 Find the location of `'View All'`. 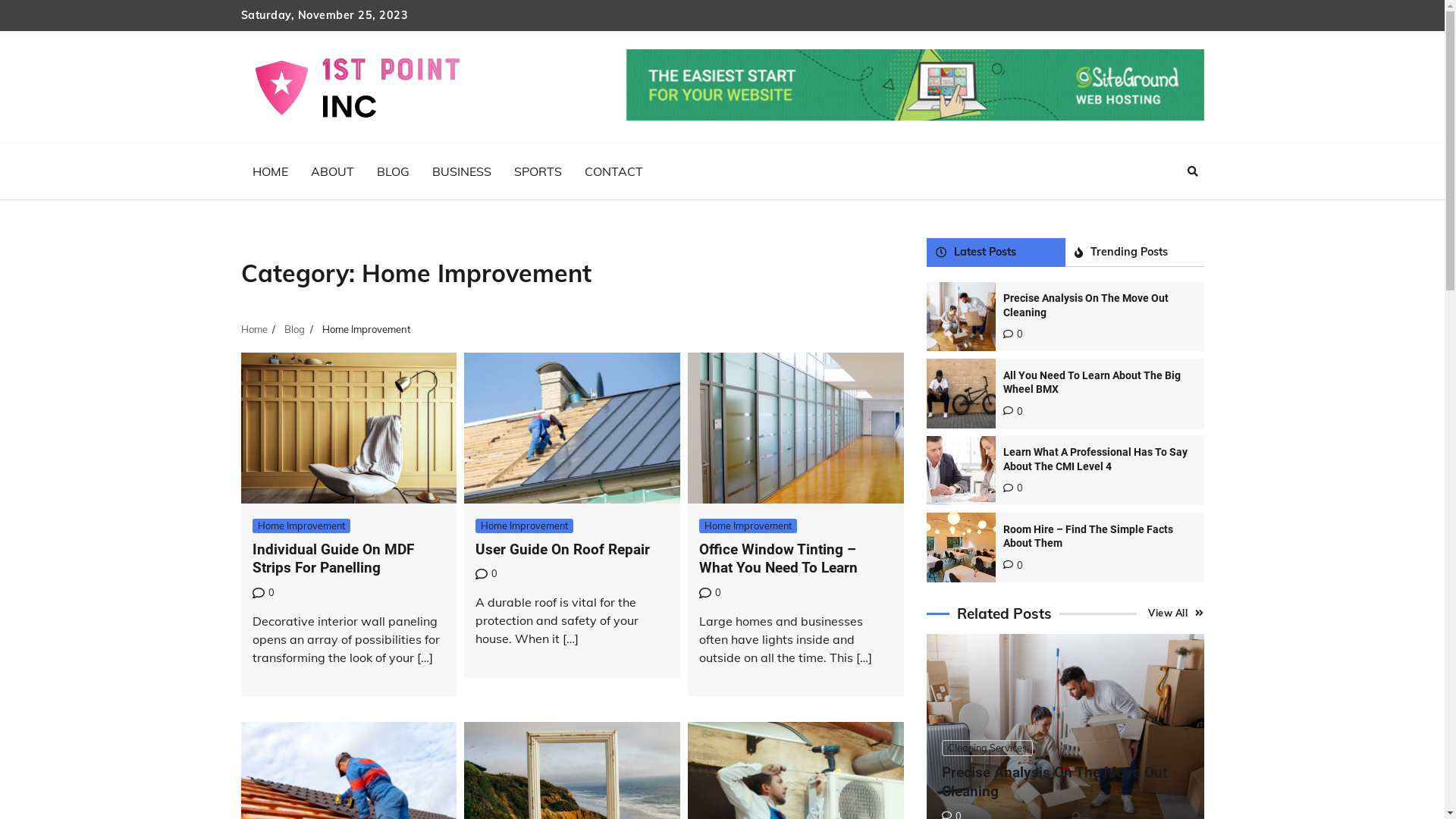

'View All' is located at coordinates (1175, 613).